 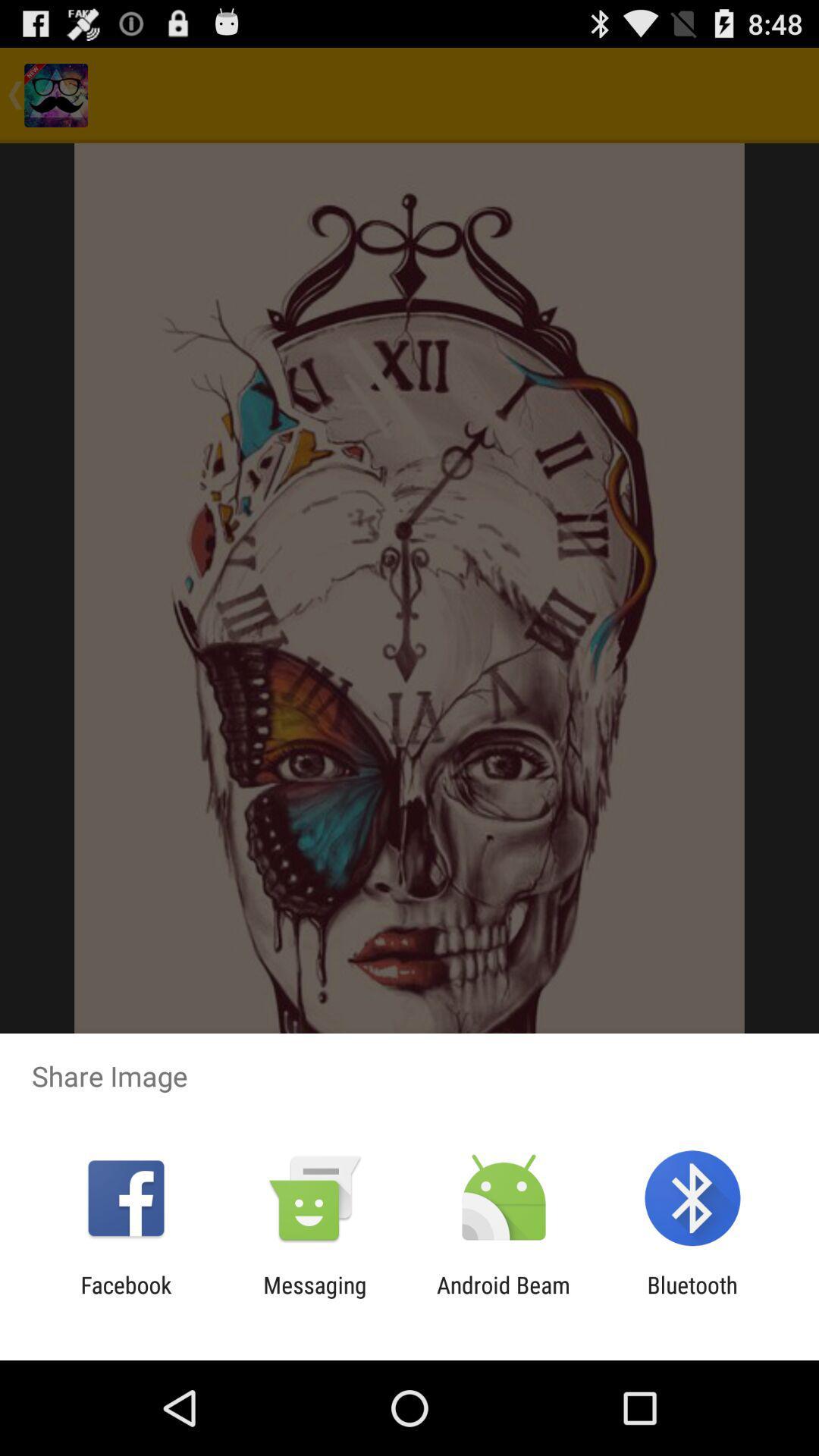 What do you see at coordinates (692, 1298) in the screenshot?
I see `item to the right of the android beam icon` at bounding box center [692, 1298].